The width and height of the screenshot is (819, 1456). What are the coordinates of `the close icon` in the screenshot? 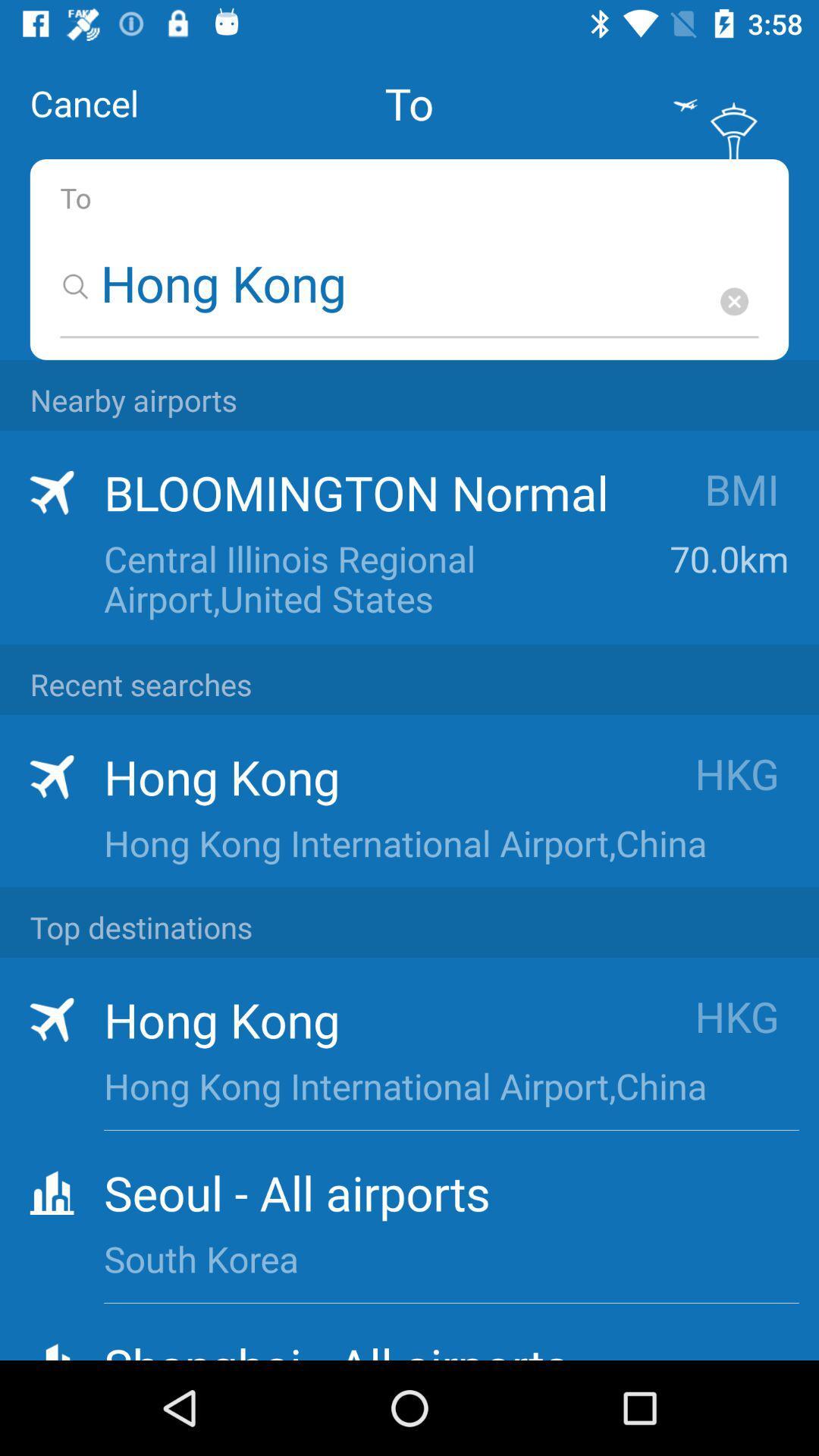 It's located at (733, 301).